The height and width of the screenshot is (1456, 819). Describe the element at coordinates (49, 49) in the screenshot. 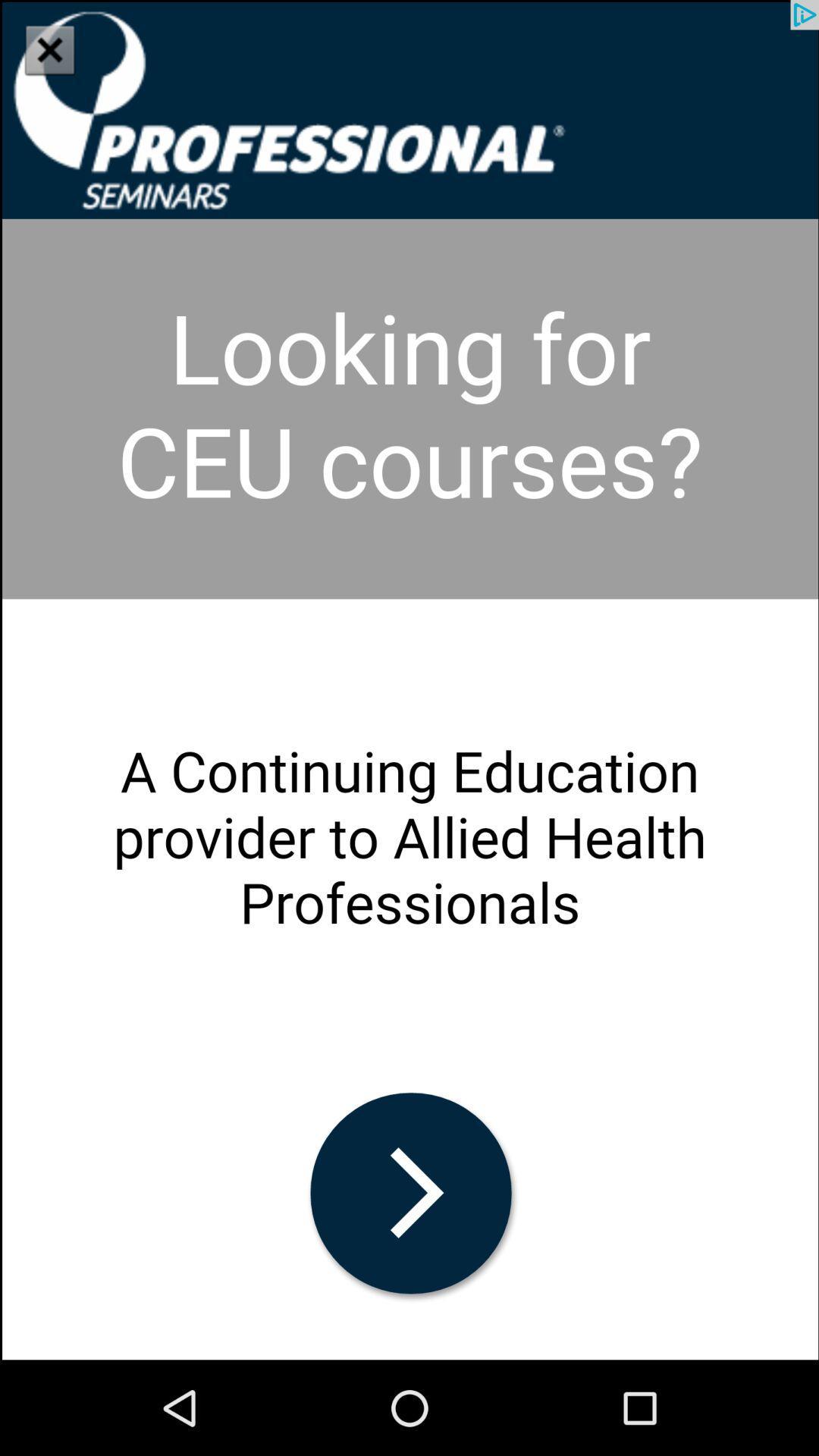

I see `the close icon` at that location.